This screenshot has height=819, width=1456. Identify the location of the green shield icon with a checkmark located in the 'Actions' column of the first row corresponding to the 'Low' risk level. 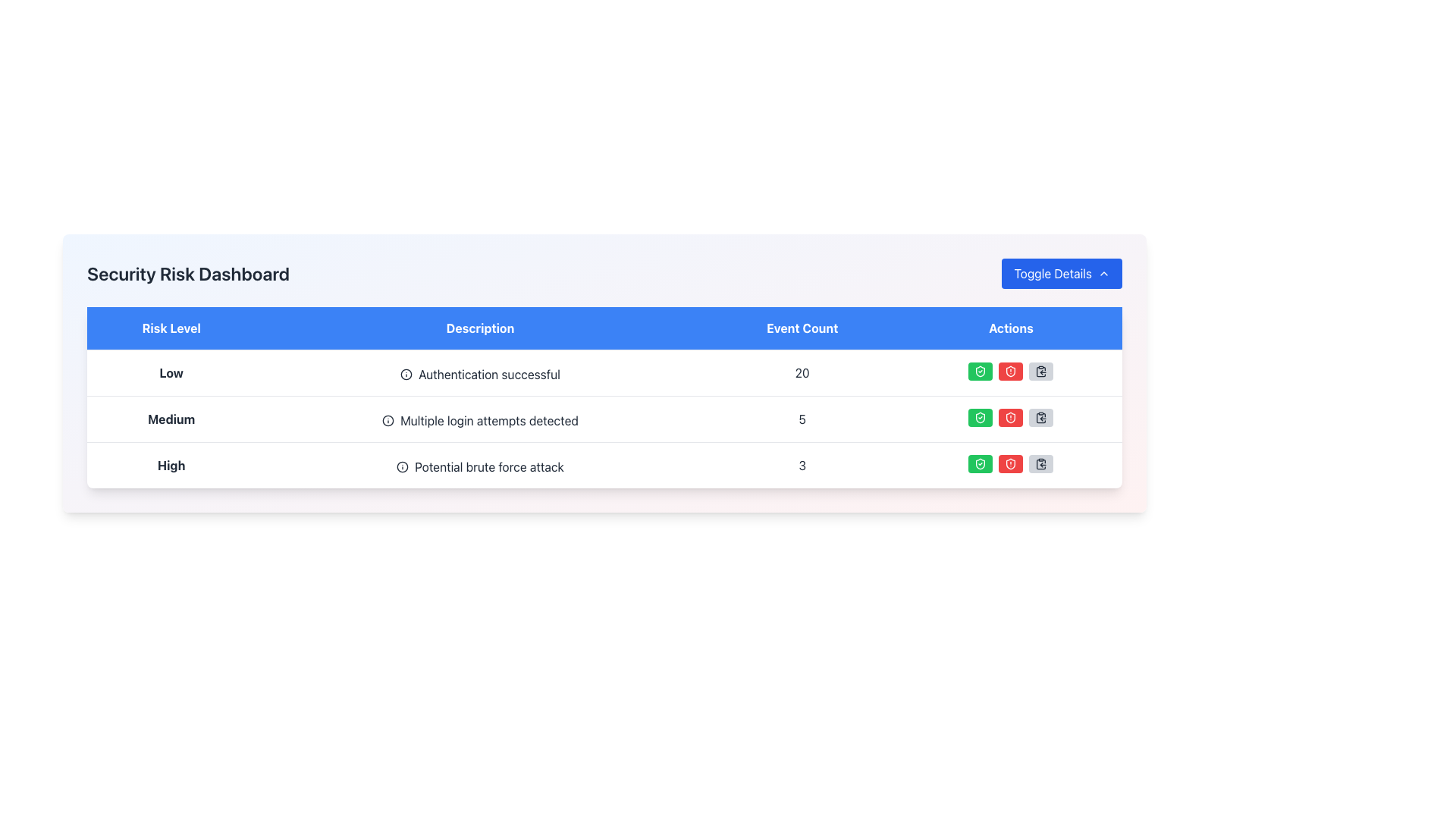
(981, 371).